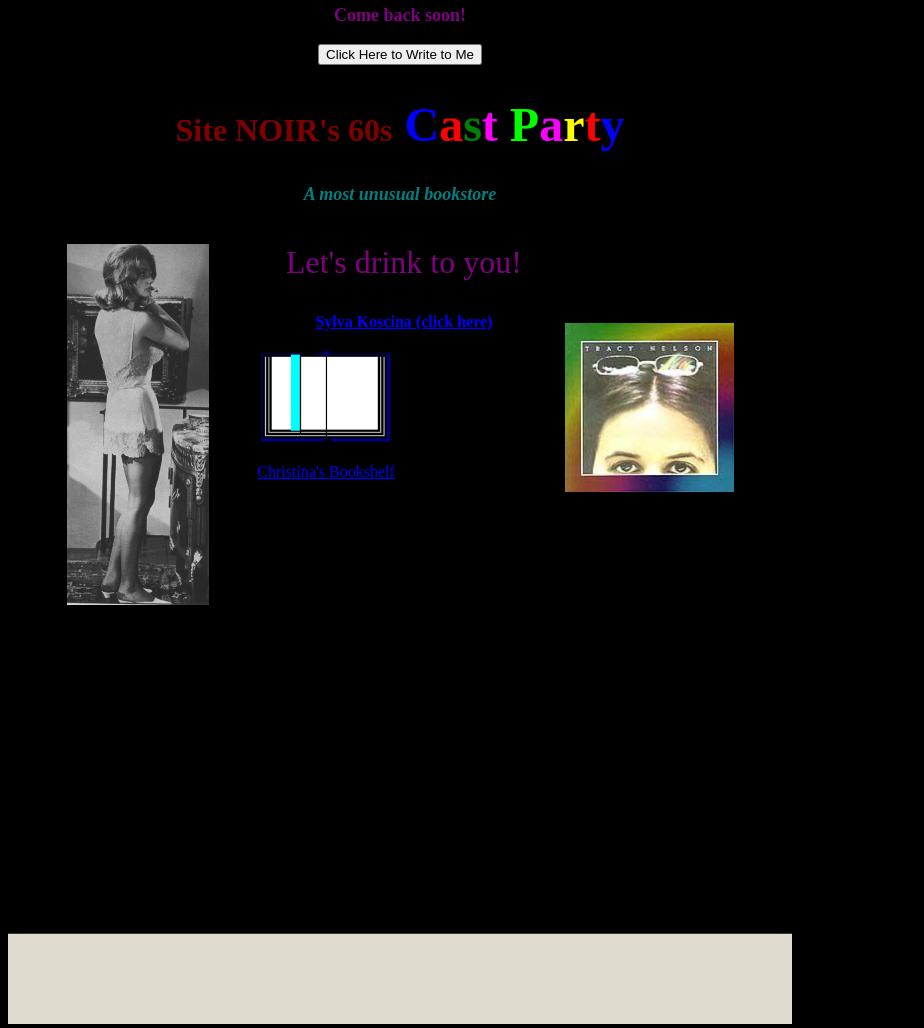  Describe the element at coordinates (562, 123) in the screenshot. I see `'r'` at that location.